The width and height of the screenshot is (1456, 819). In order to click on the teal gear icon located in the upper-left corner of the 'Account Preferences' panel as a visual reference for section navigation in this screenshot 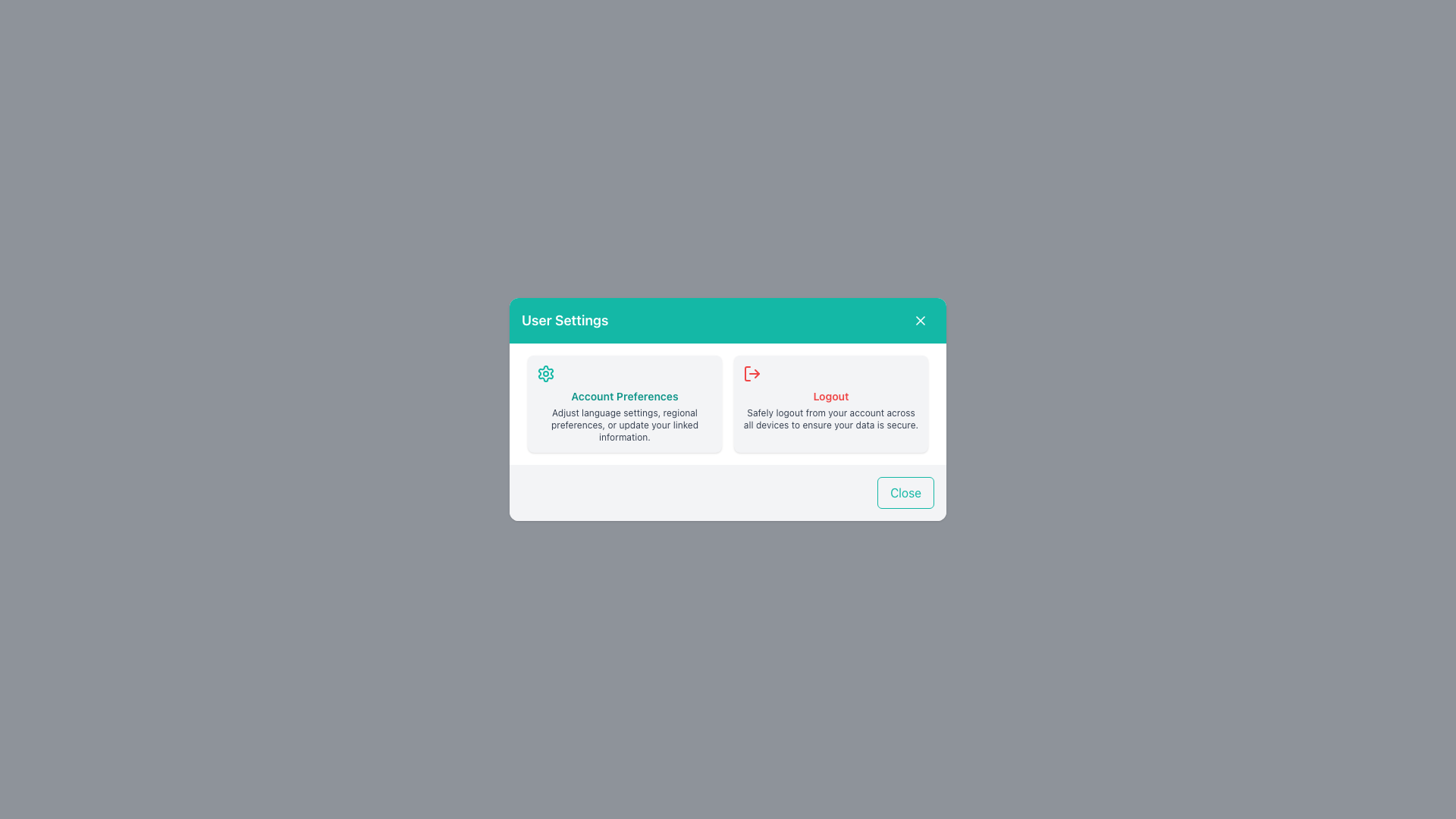, I will do `click(546, 374)`.